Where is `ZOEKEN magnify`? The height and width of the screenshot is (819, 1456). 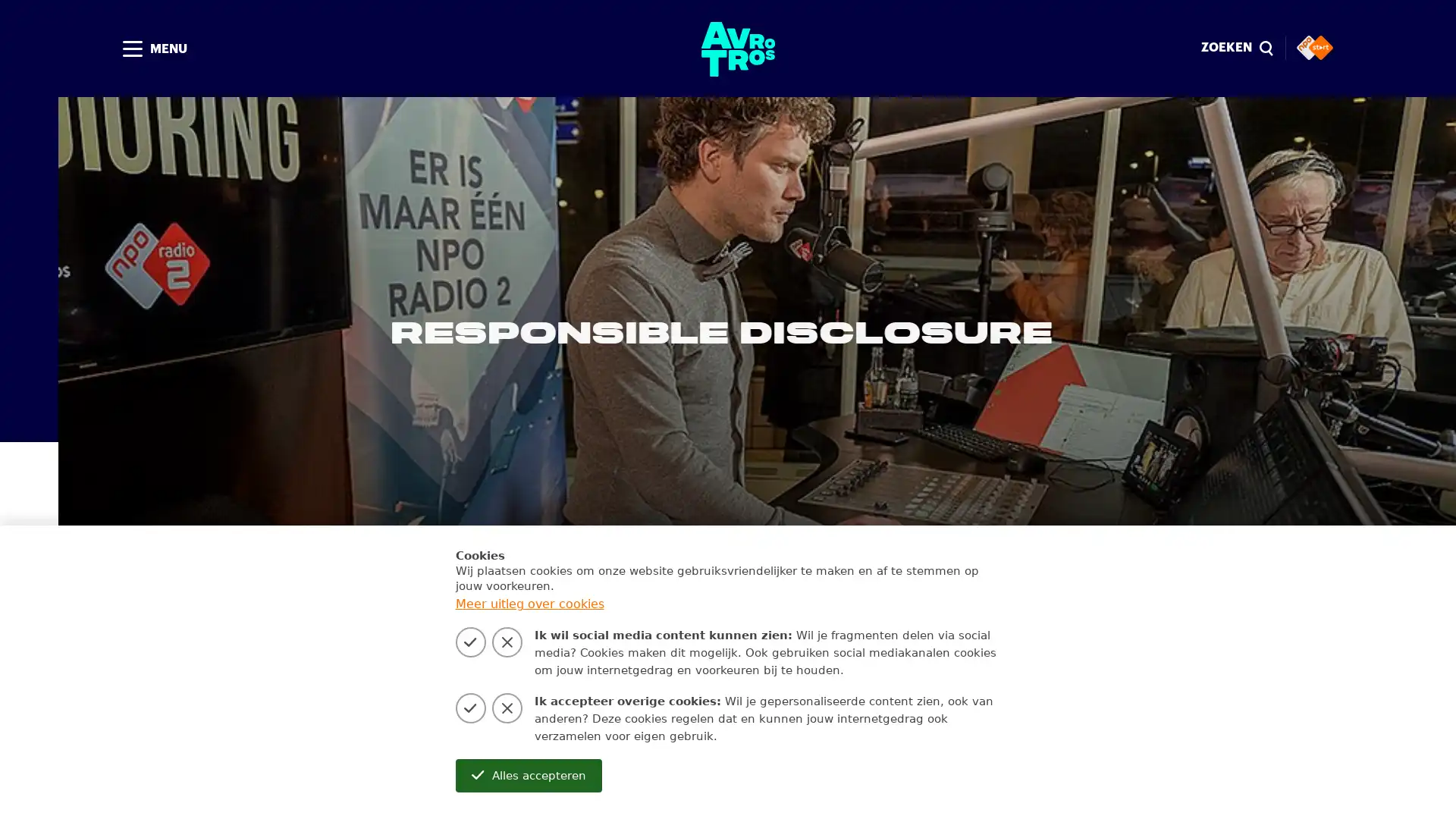 ZOEKEN magnify is located at coordinates (1236, 48).